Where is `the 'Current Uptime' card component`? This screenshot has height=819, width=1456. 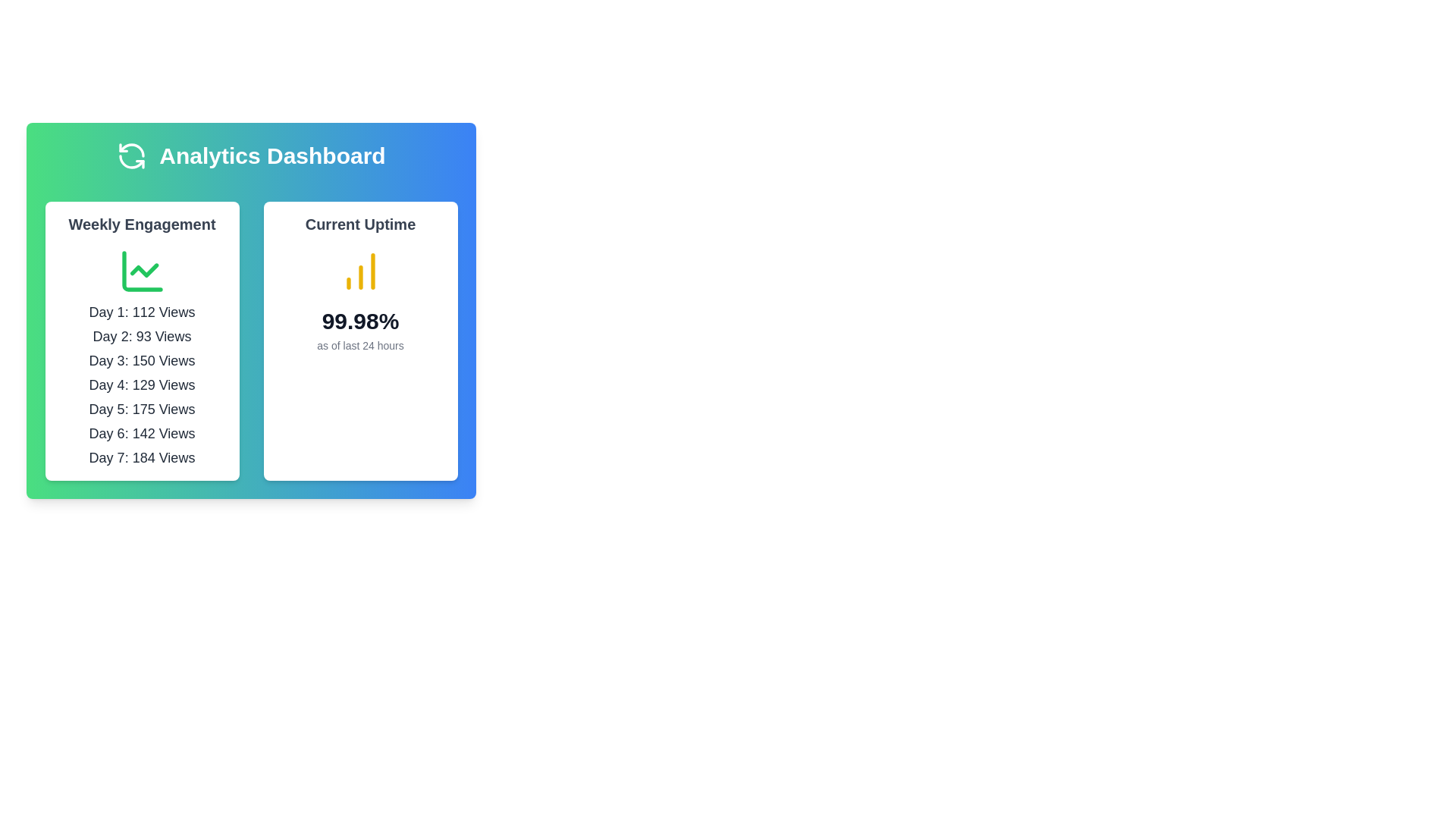 the 'Current Uptime' card component is located at coordinates (359, 341).